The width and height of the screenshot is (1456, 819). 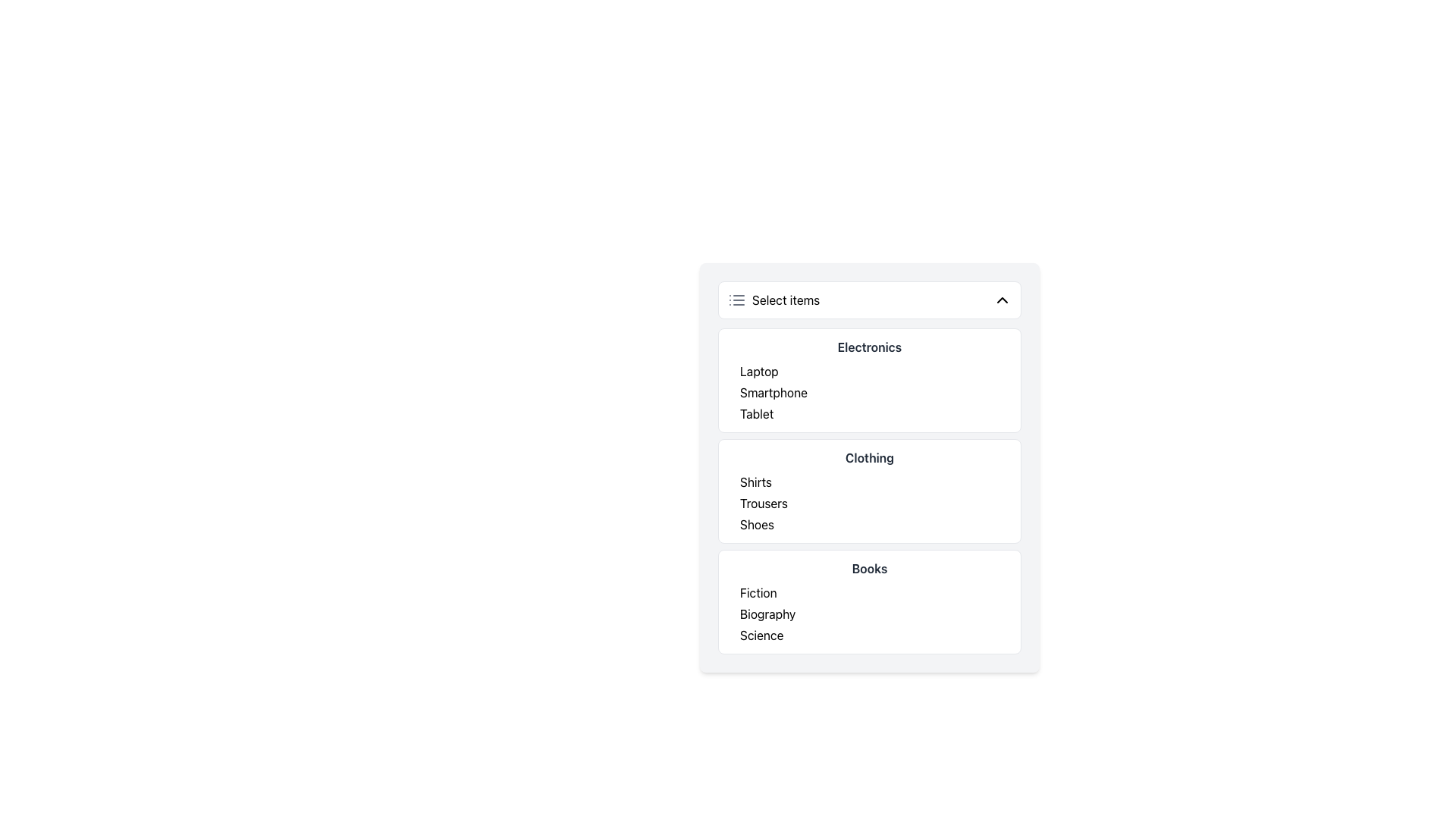 I want to click on the text label displaying 'Fiction' in the 'Books' section of the dropdown menu, so click(x=758, y=592).